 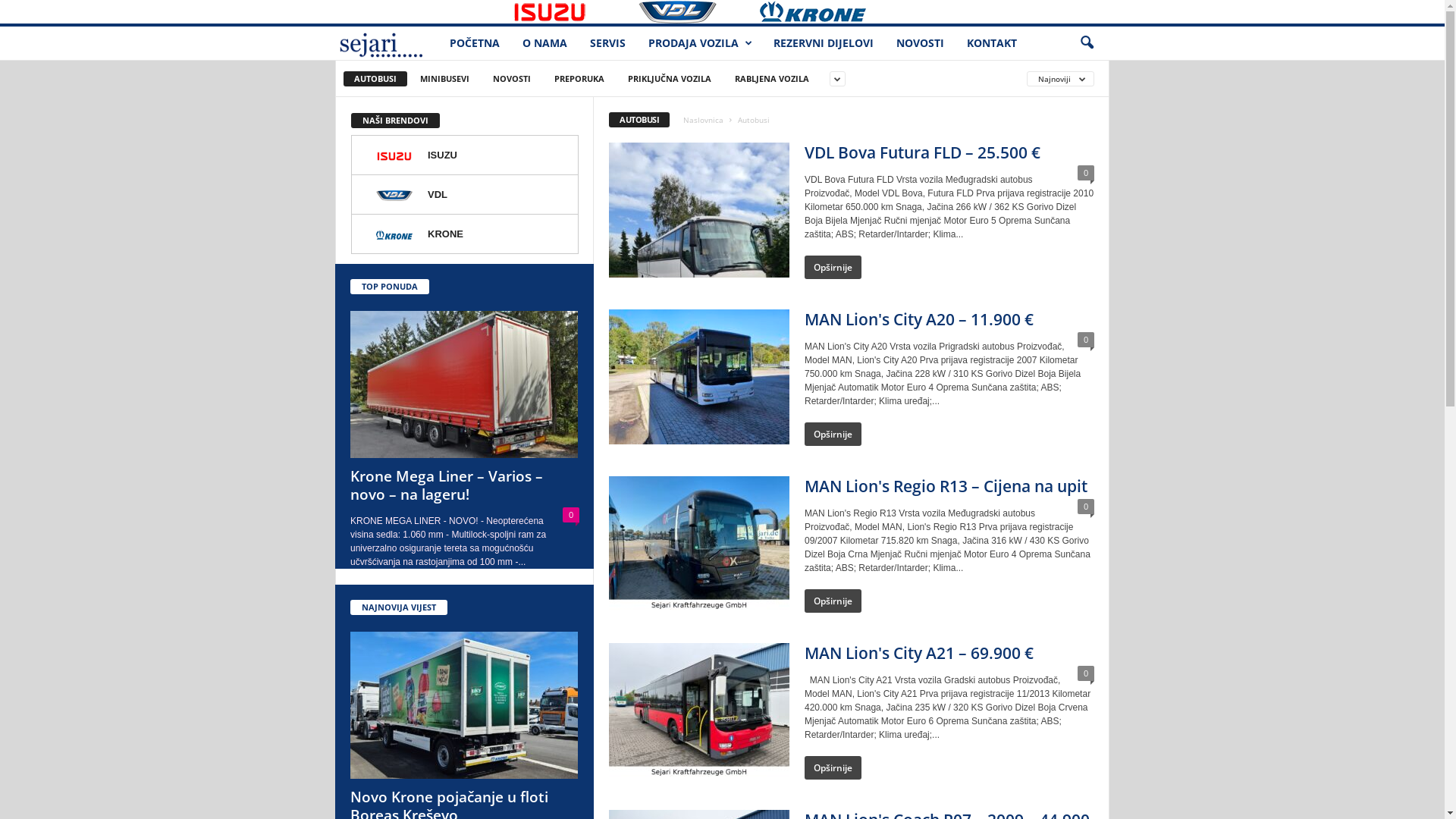 I want to click on 'Sejari d.o.o. Sarajevo', so click(x=386, y=42).